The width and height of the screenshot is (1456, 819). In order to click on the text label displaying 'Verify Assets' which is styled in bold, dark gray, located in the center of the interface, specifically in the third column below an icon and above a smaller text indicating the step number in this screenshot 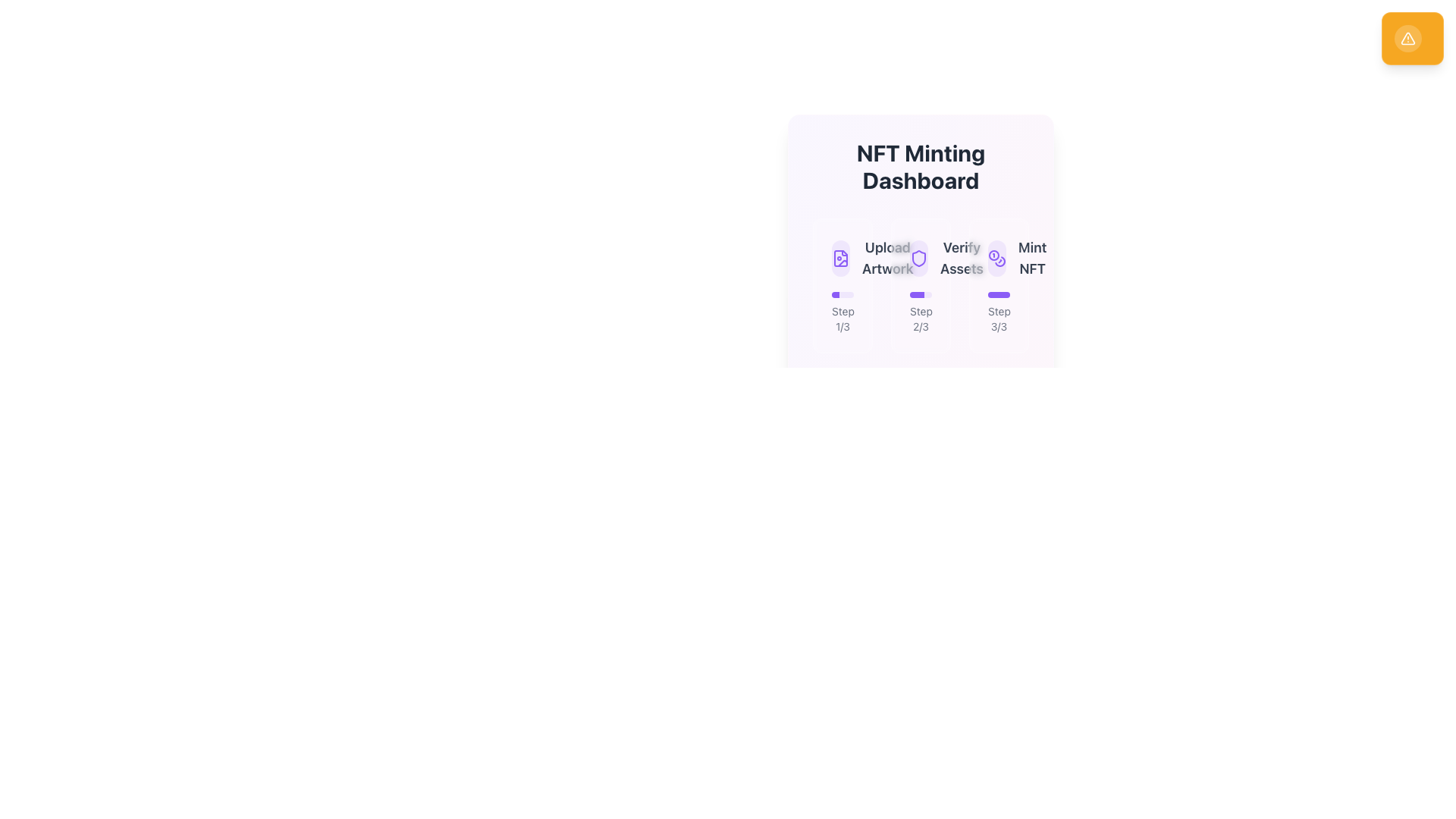, I will do `click(961, 257)`.